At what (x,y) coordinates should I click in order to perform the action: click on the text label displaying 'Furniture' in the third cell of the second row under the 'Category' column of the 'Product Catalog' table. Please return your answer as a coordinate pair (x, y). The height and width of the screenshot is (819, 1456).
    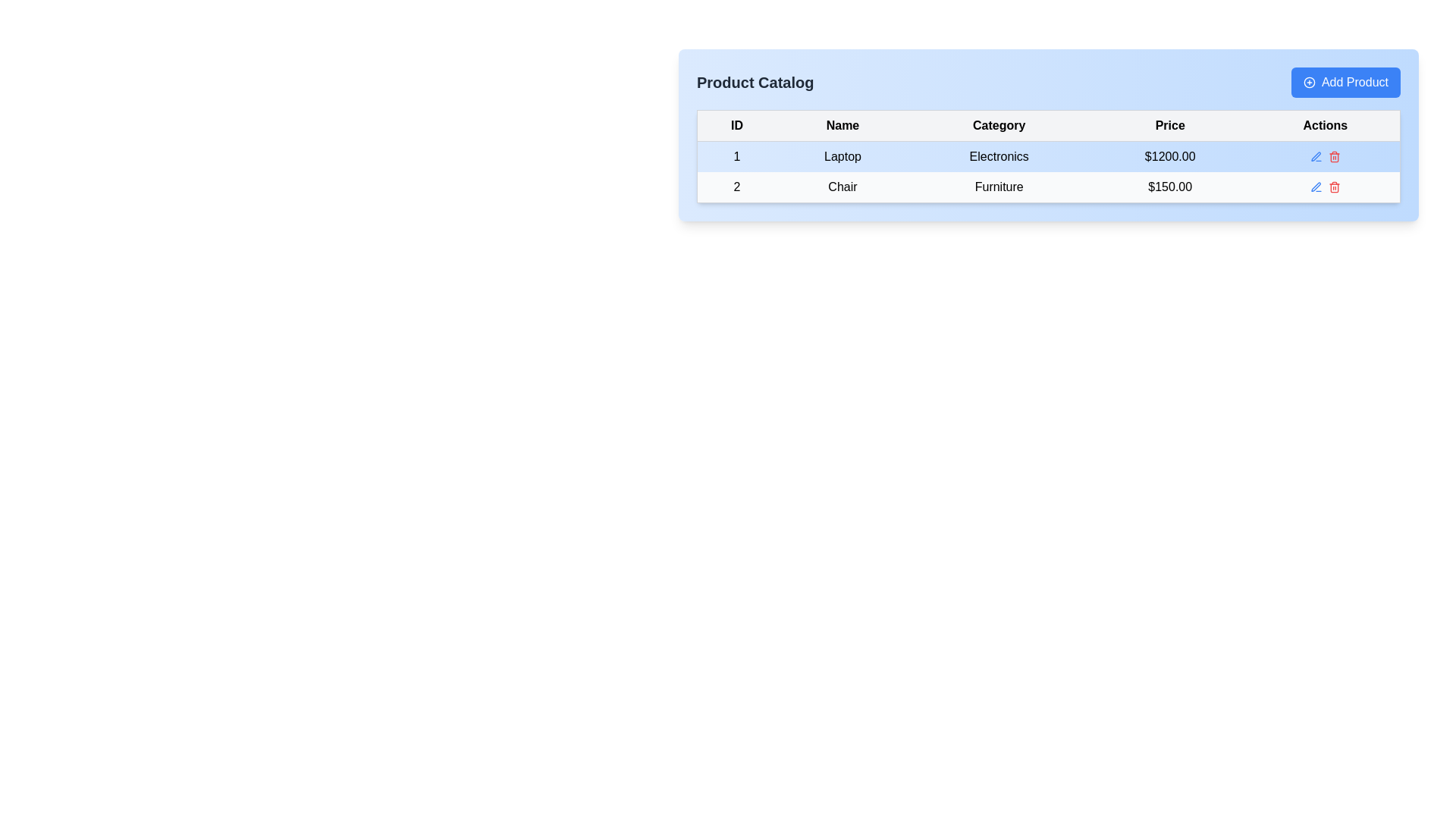
    Looking at the image, I should click on (999, 187).